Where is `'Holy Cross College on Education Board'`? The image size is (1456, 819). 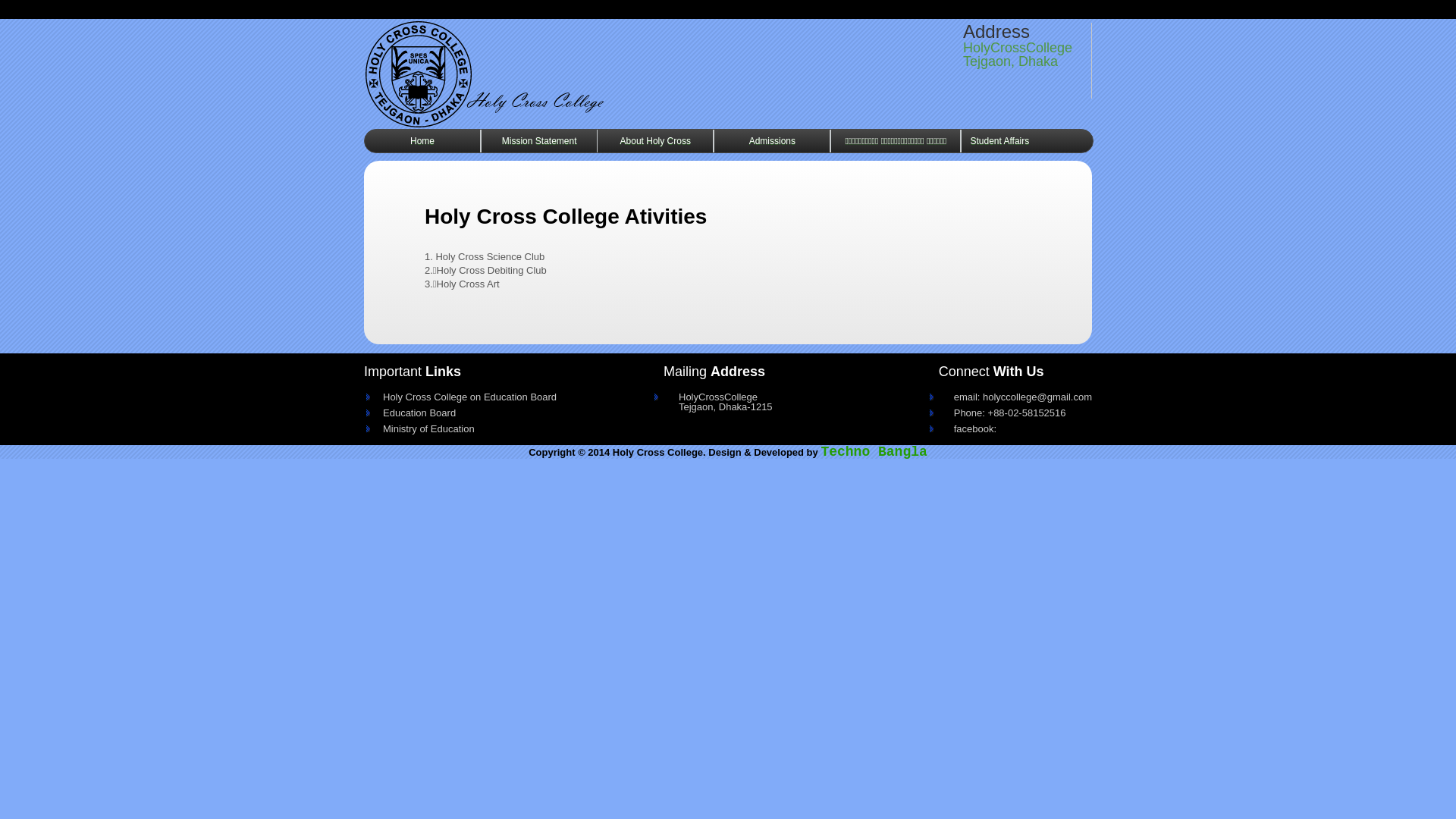 'Holy Cross College on Education Board' is located at coordinates (375, 393).